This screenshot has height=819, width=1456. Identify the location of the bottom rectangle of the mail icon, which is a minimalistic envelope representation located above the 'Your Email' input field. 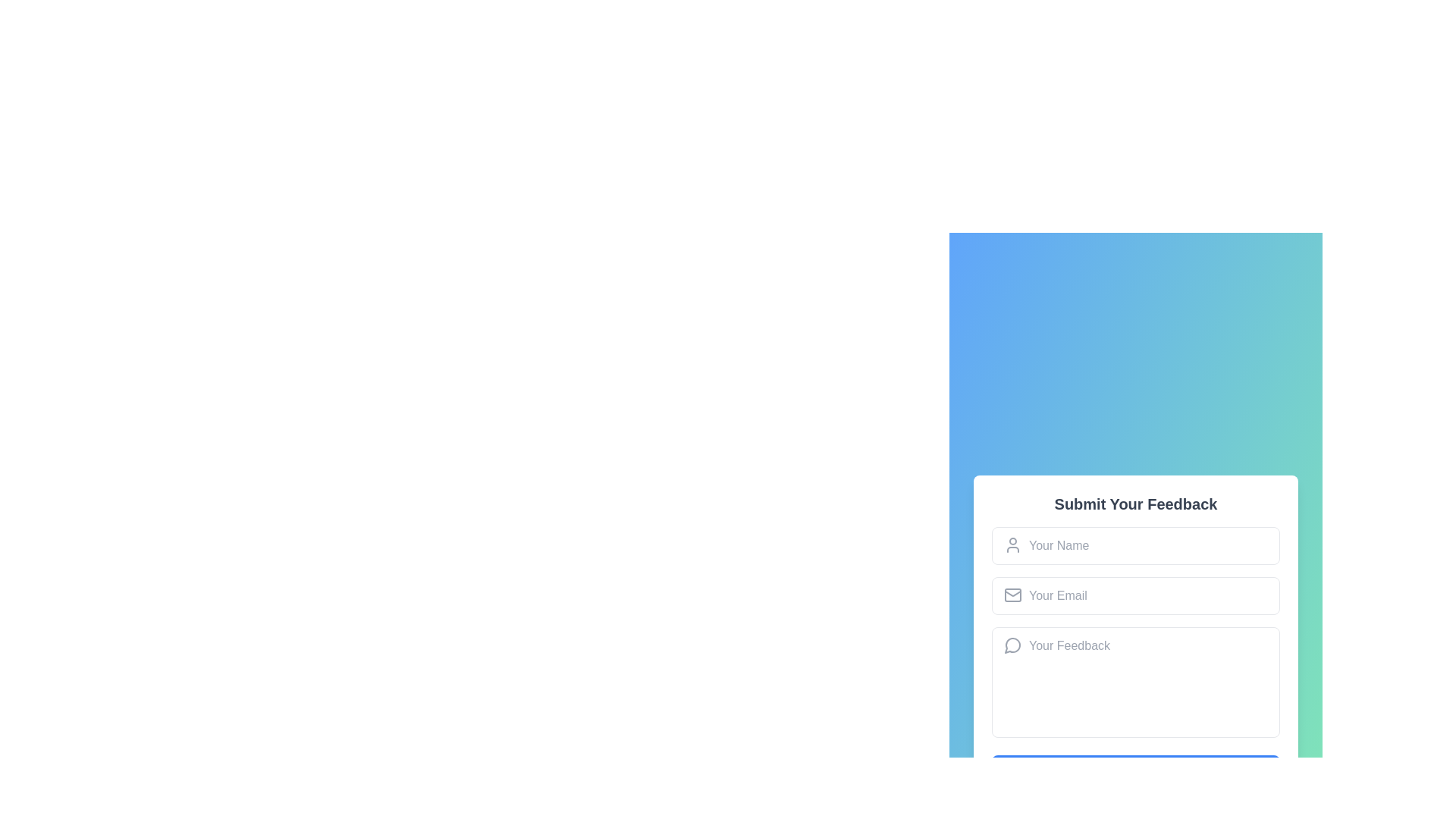
(1012, 594).